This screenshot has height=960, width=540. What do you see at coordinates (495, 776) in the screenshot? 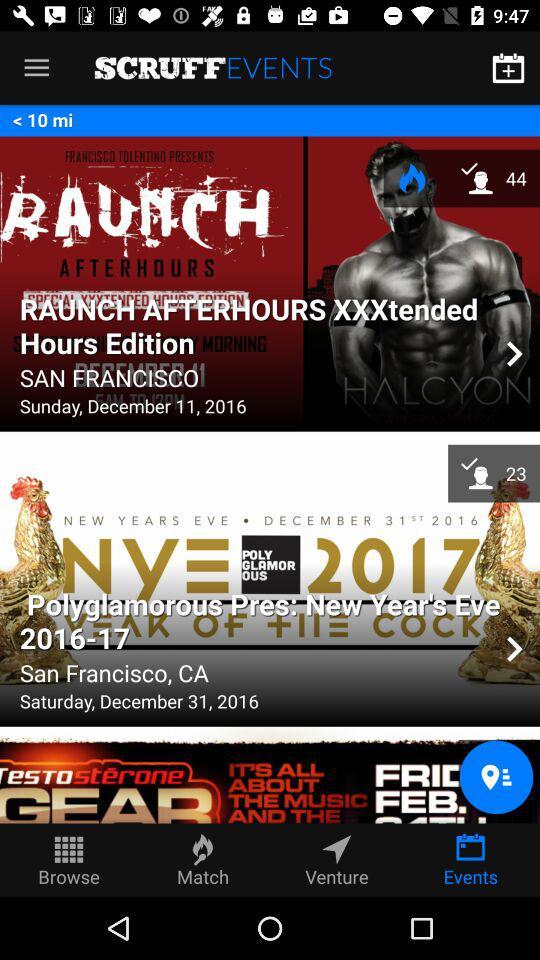
I see `the location icon` at bounding box center [495, 776].